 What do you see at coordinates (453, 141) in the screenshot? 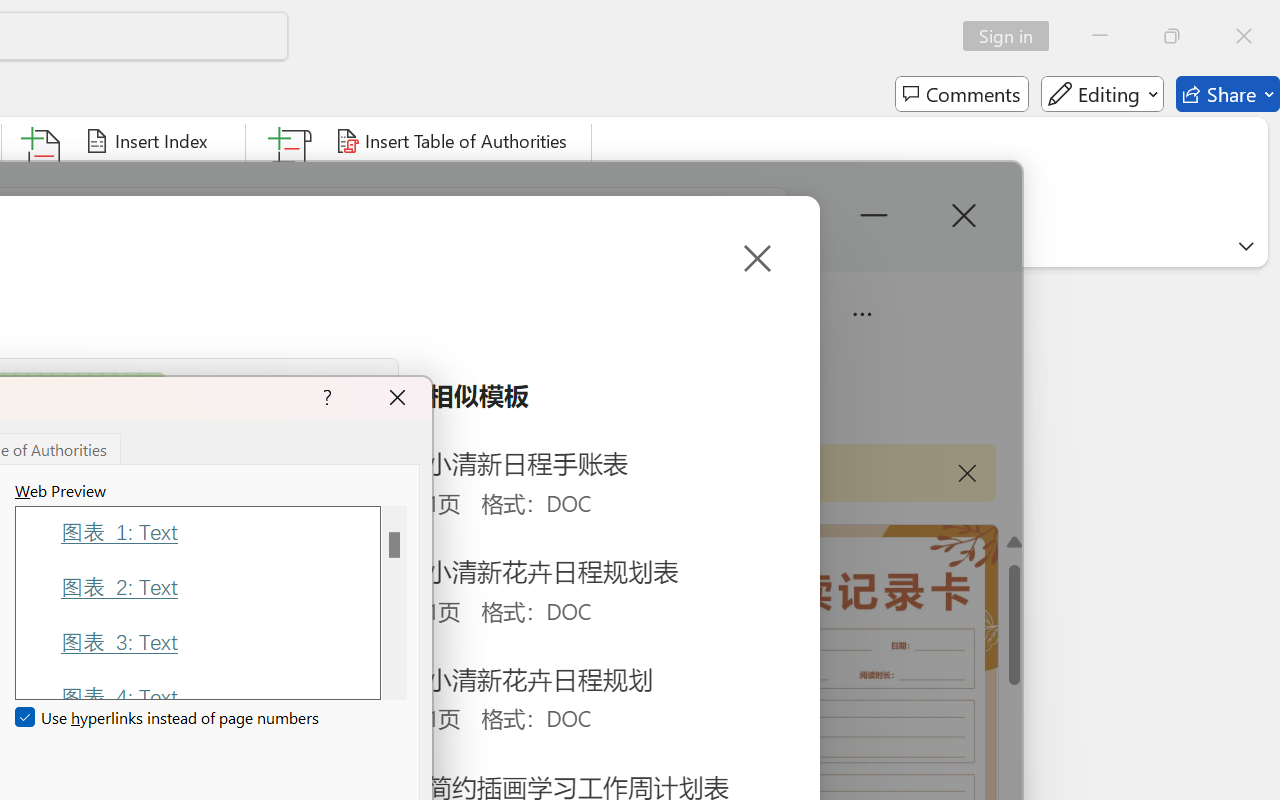
I see `'Insert Table of Authorities...'` at bounding box center [453, 141].